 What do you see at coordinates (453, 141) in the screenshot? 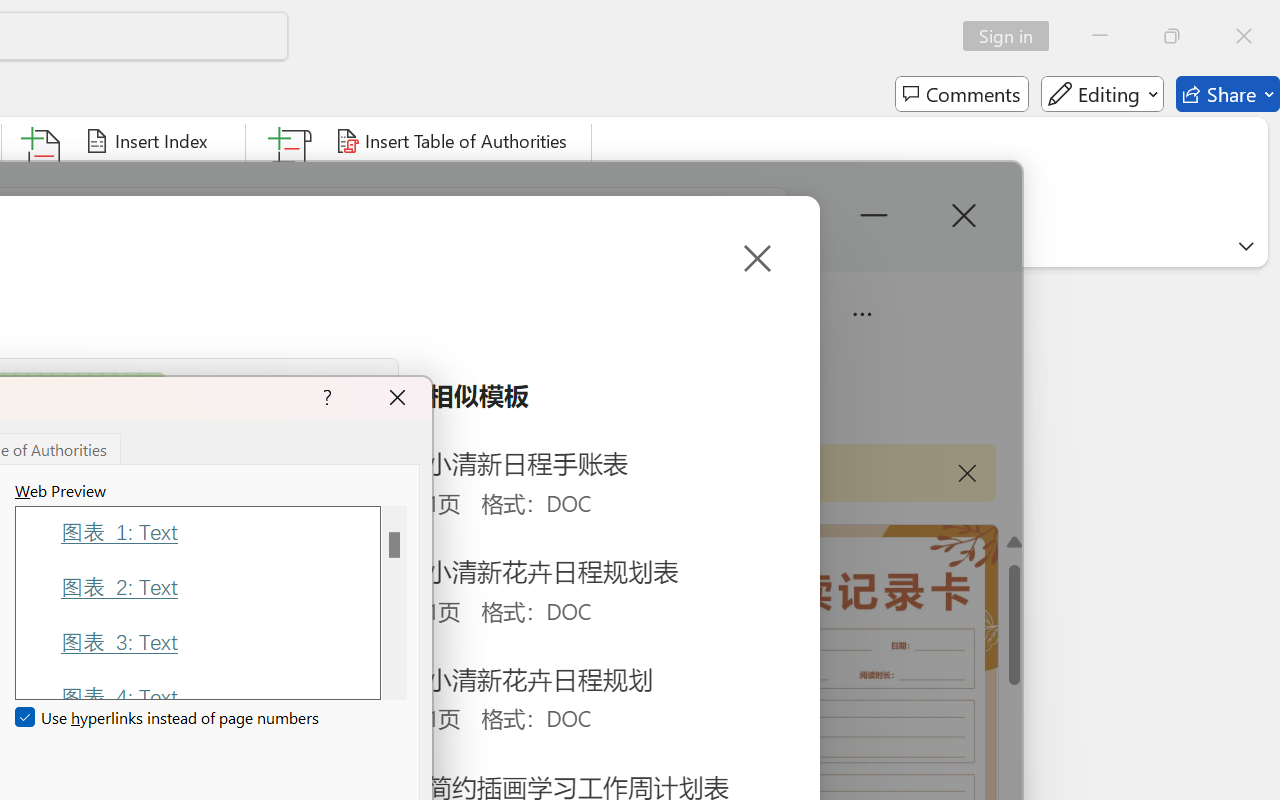
I see `'Insert Table of Authorities...'` at bounding box center [453, 141].